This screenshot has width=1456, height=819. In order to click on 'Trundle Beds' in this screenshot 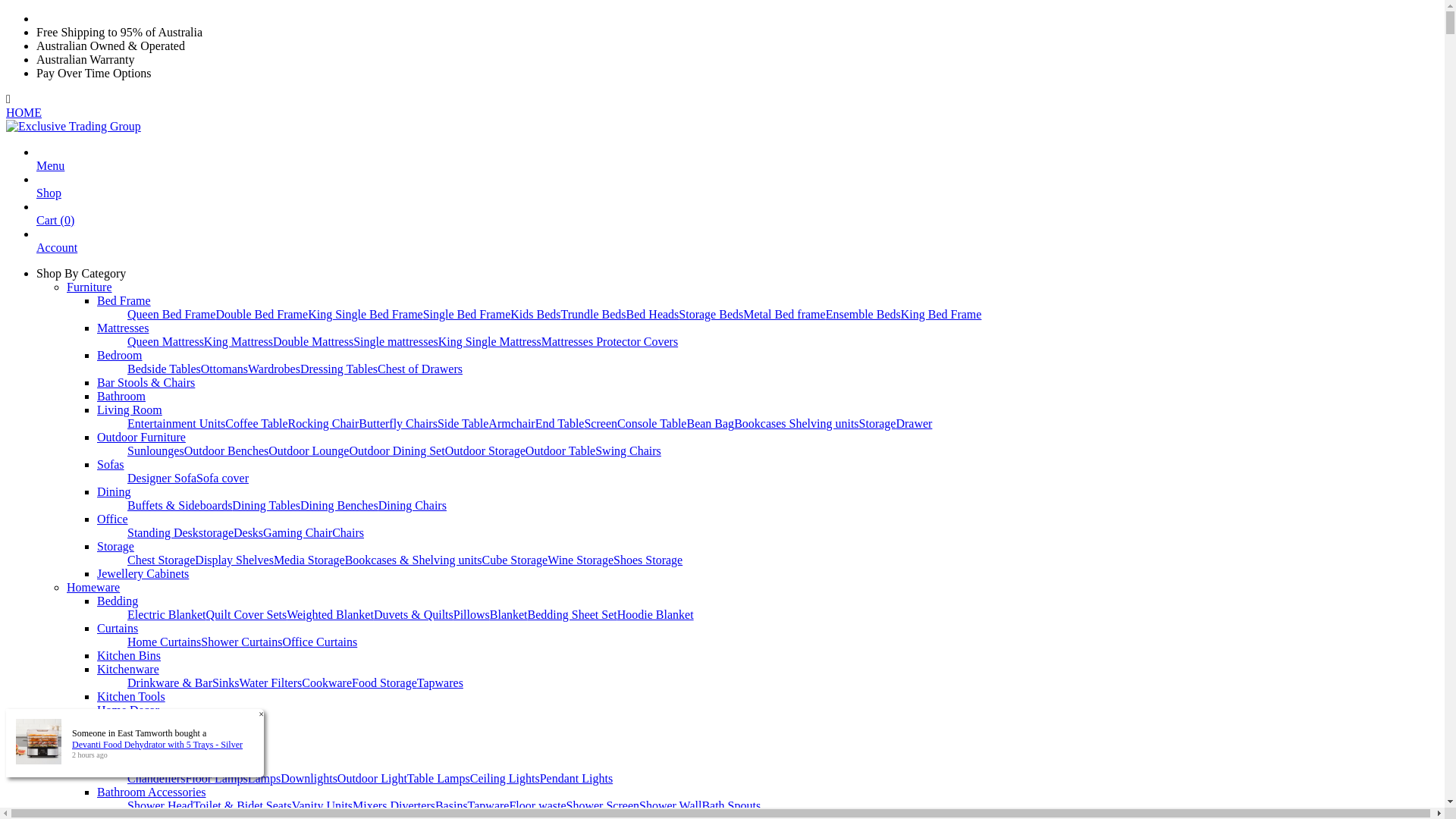, I will do `click(592, 313)`.